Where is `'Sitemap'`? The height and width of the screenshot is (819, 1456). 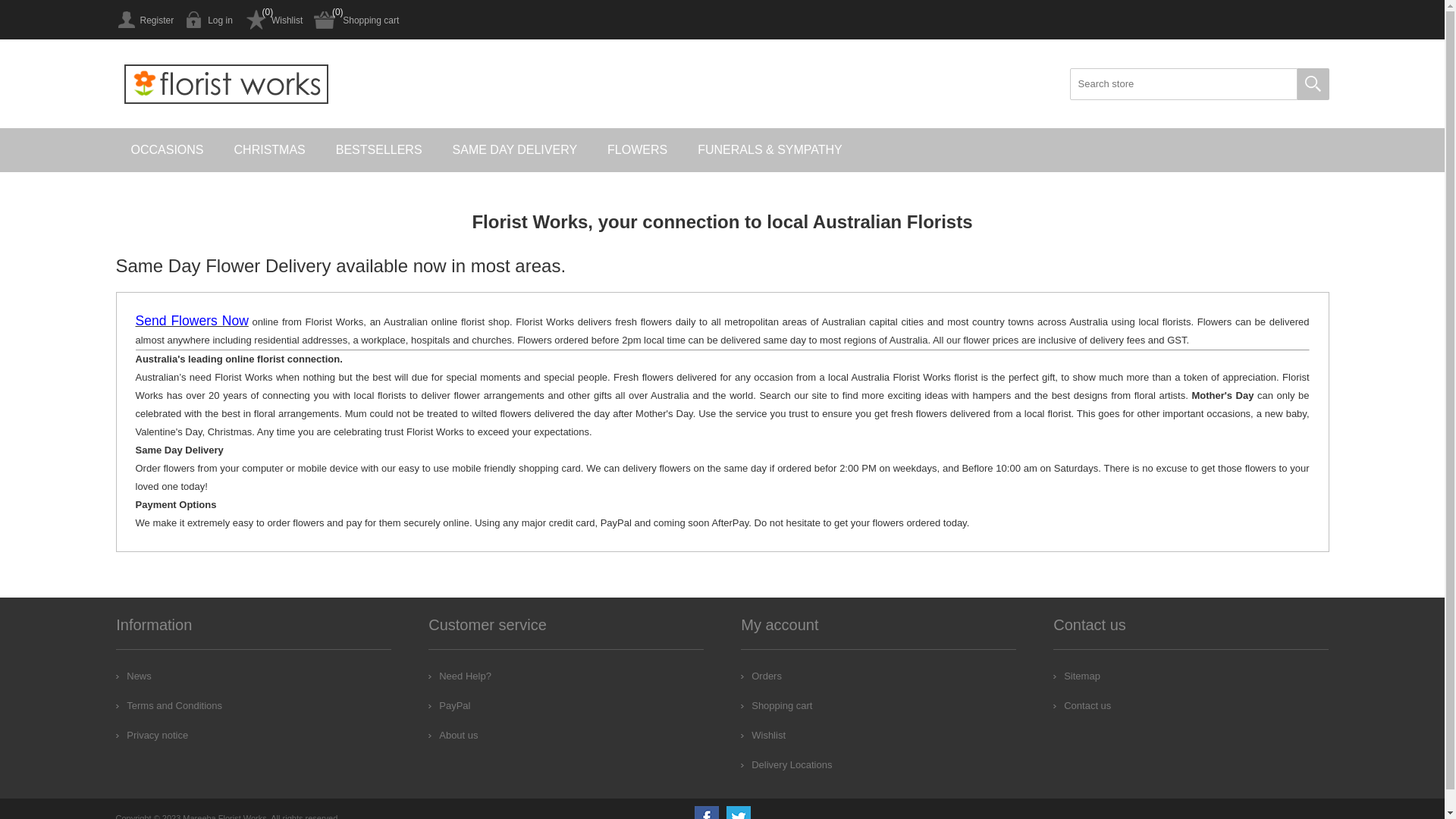 'Sitemap' is located at coordinates (1076, 675).